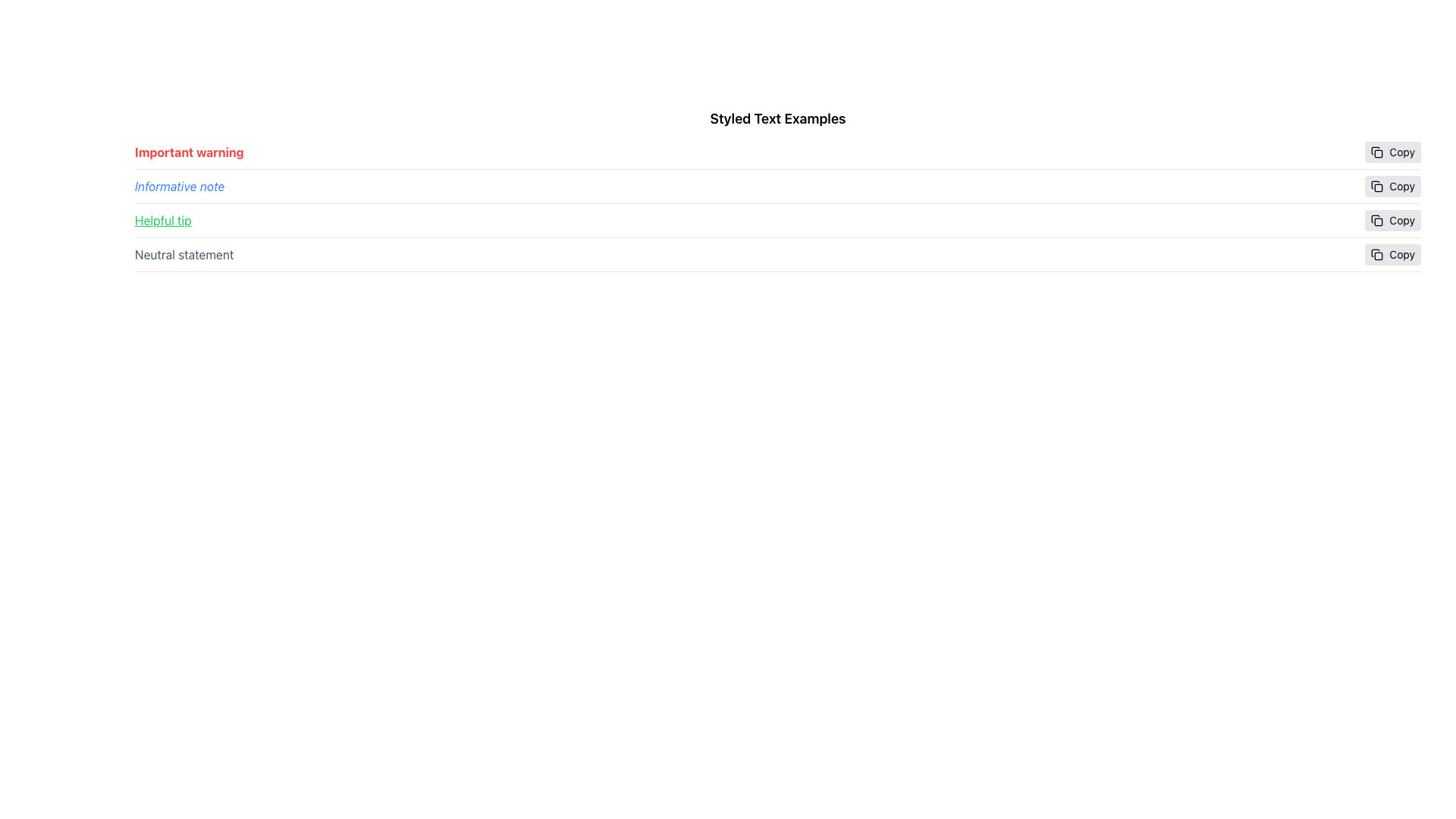 The image size is (1456, 819). Describe the element at coordinates (1393, 220) in the screenshot. I see `the copy button associated with the 'Helpful tip' text` at that location.